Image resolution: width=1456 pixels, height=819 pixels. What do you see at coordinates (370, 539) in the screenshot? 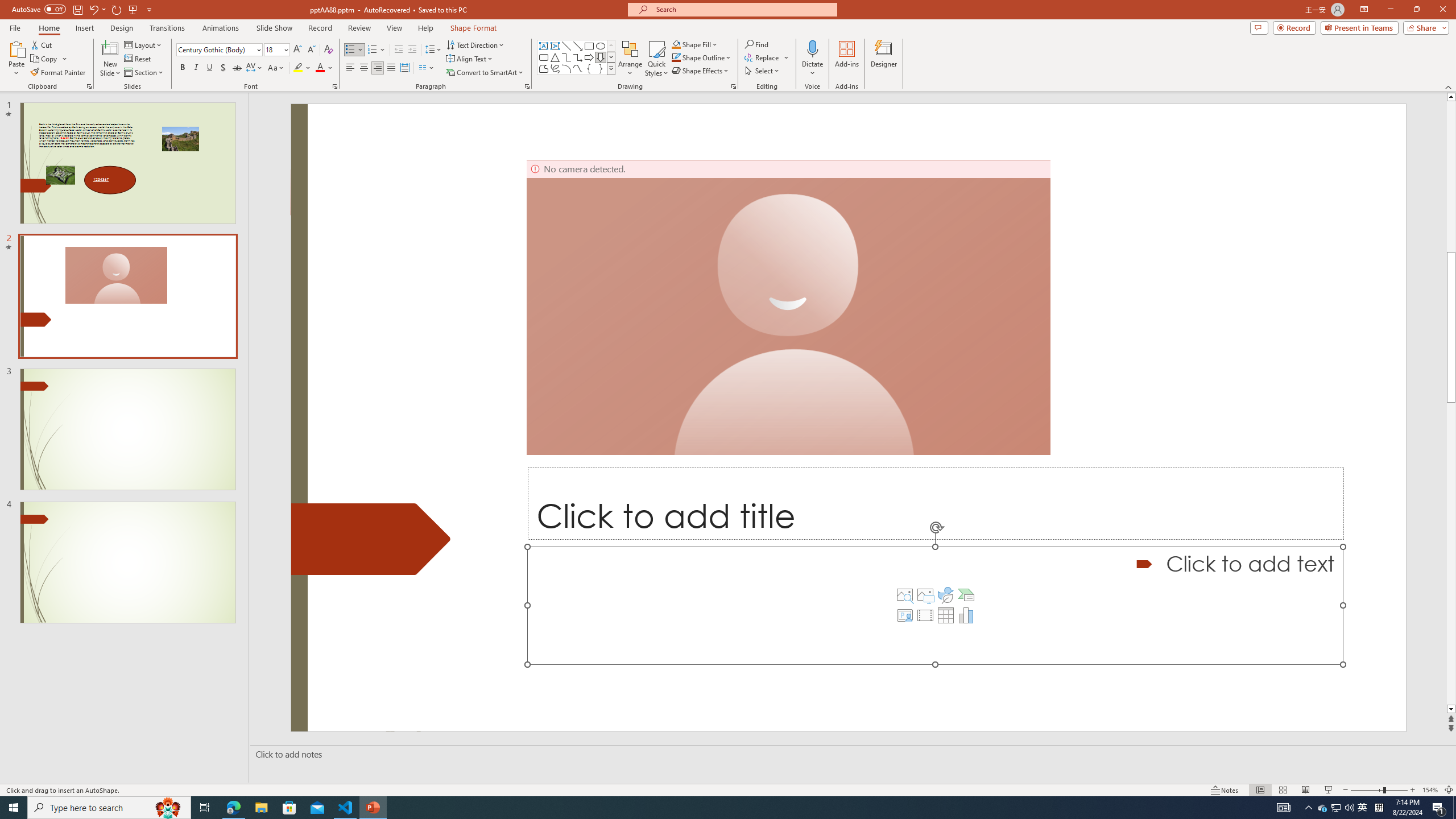
I see `'Decorative Locked'` at bounding box center [370, 539].